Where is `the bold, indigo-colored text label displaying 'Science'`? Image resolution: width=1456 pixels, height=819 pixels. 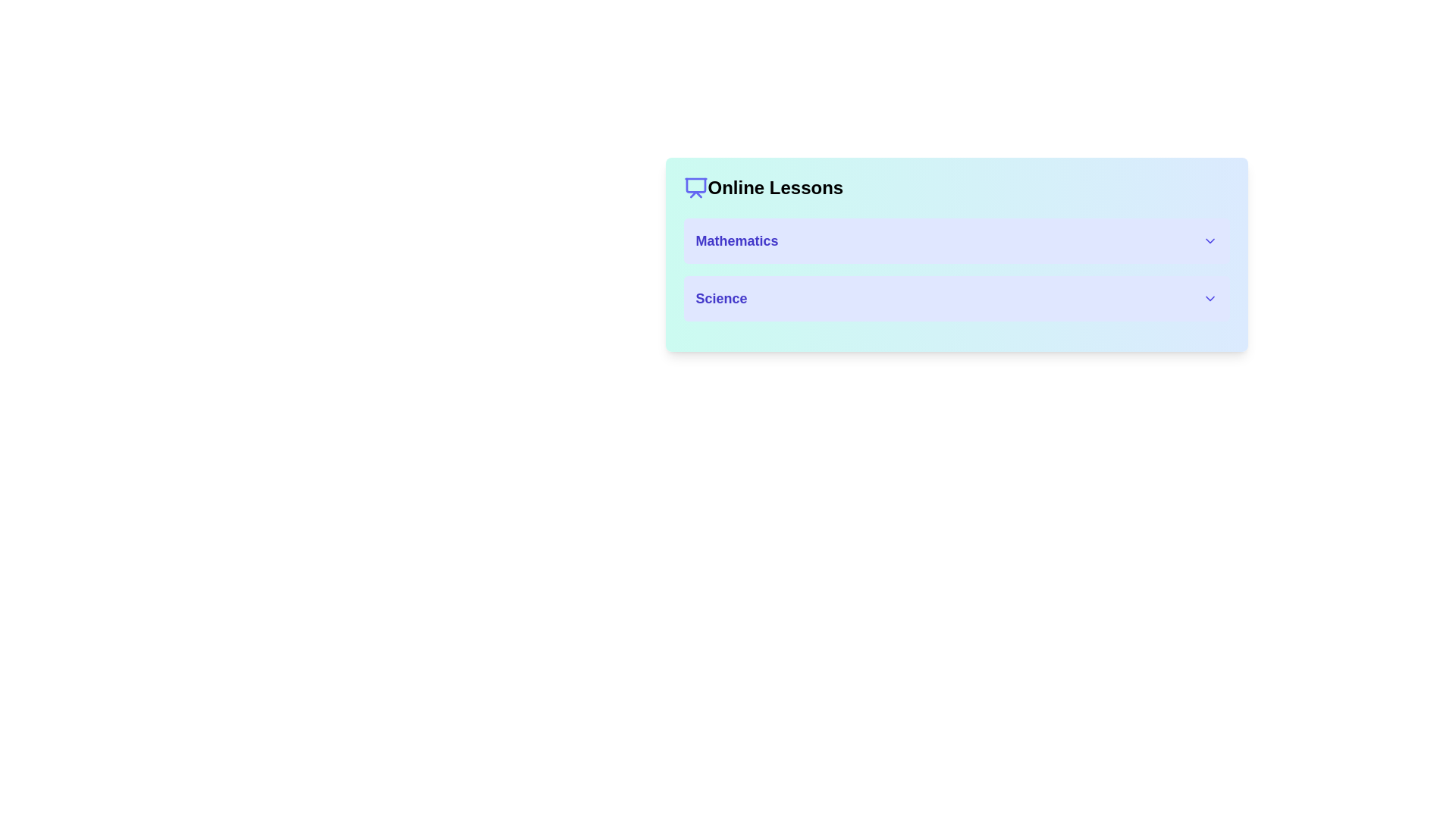 the bold, indigo-colored text label displaying 'Science' is located at coordinates (720, 298).